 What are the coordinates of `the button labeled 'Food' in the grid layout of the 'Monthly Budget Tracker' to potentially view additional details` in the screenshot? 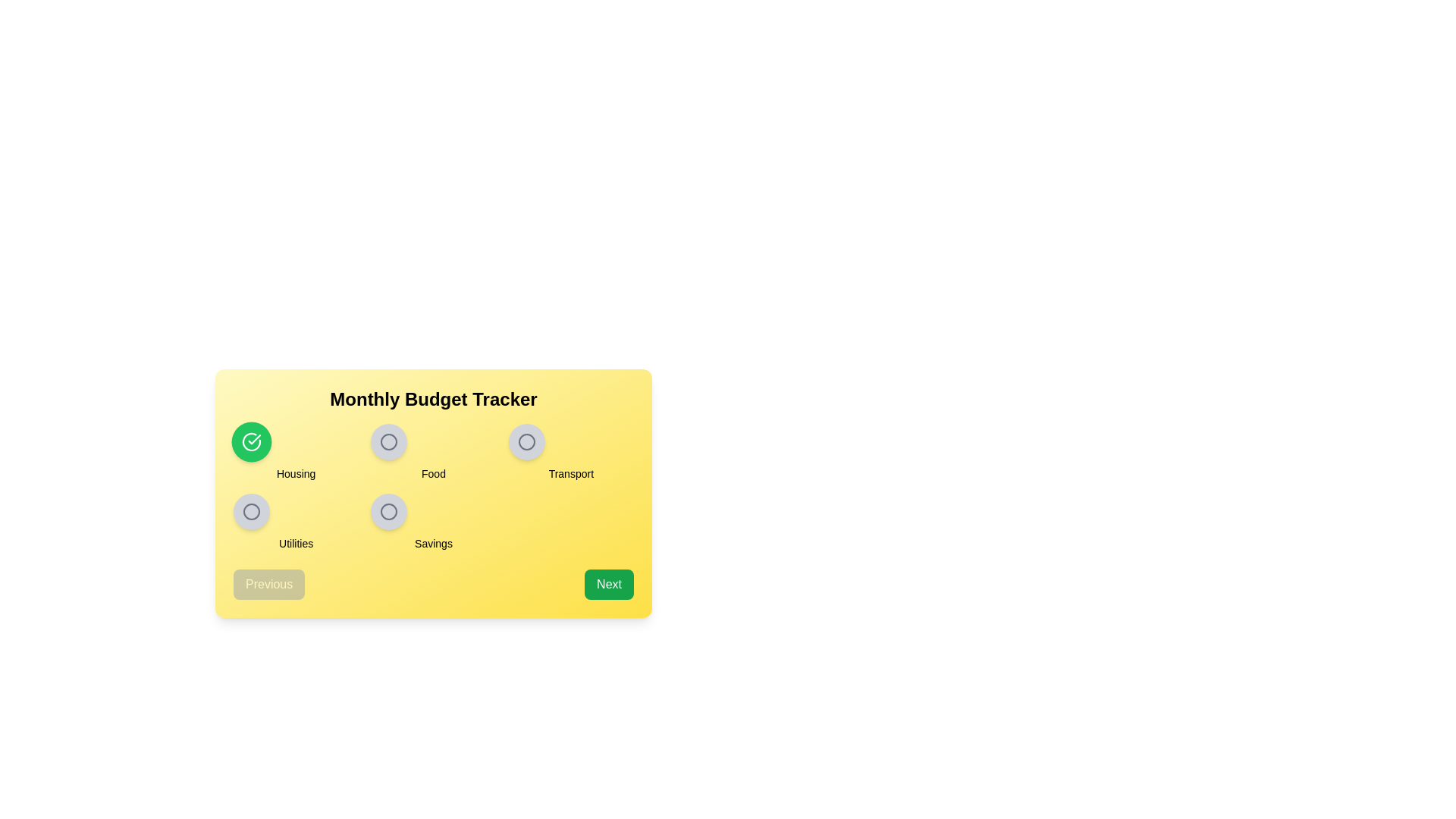 It's located at (432, 488).